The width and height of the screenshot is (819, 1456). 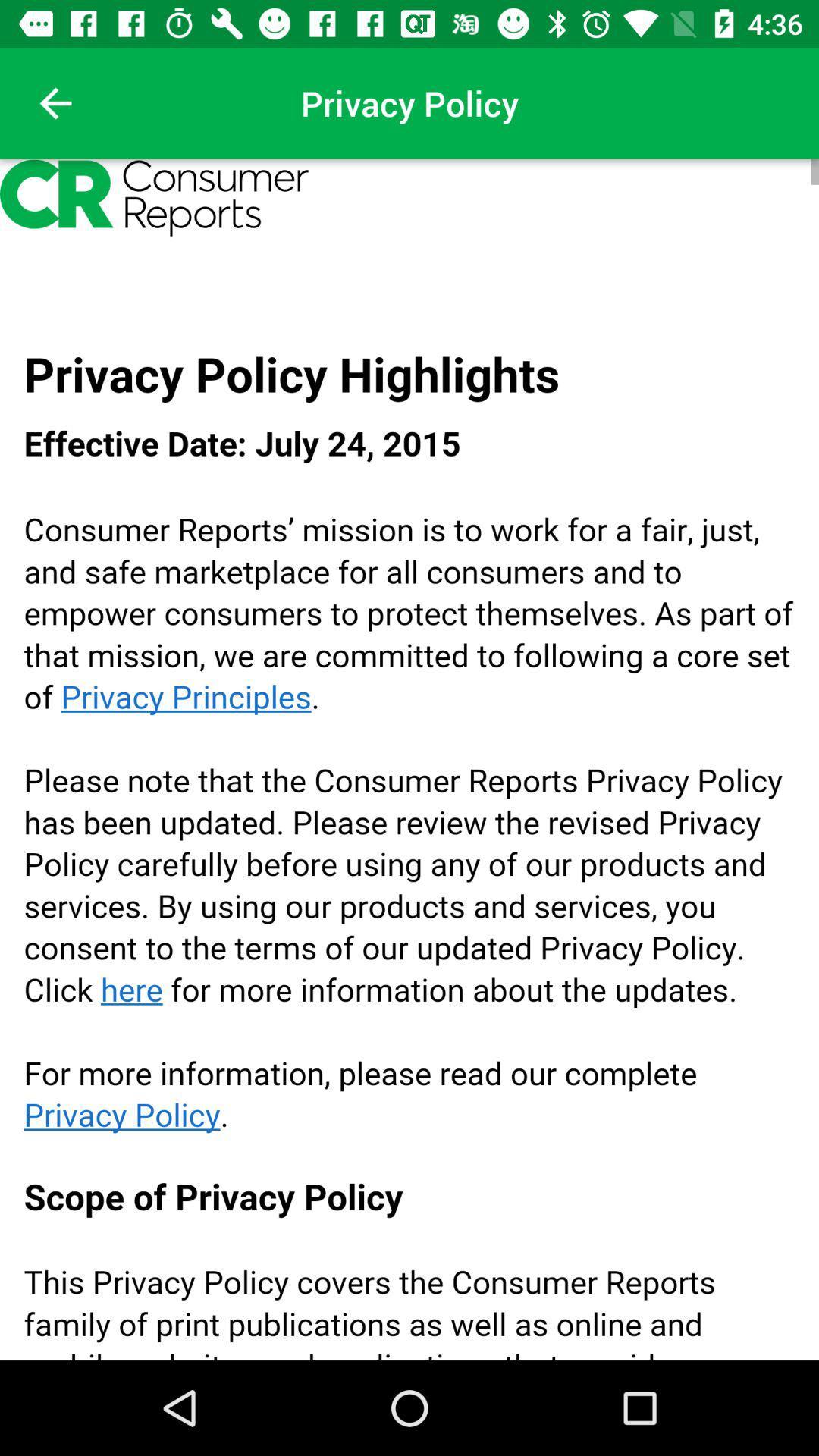 What do you see at coordinates (55, 102) in the screenshot?
I see `previous` at bounding box center [55, 102].